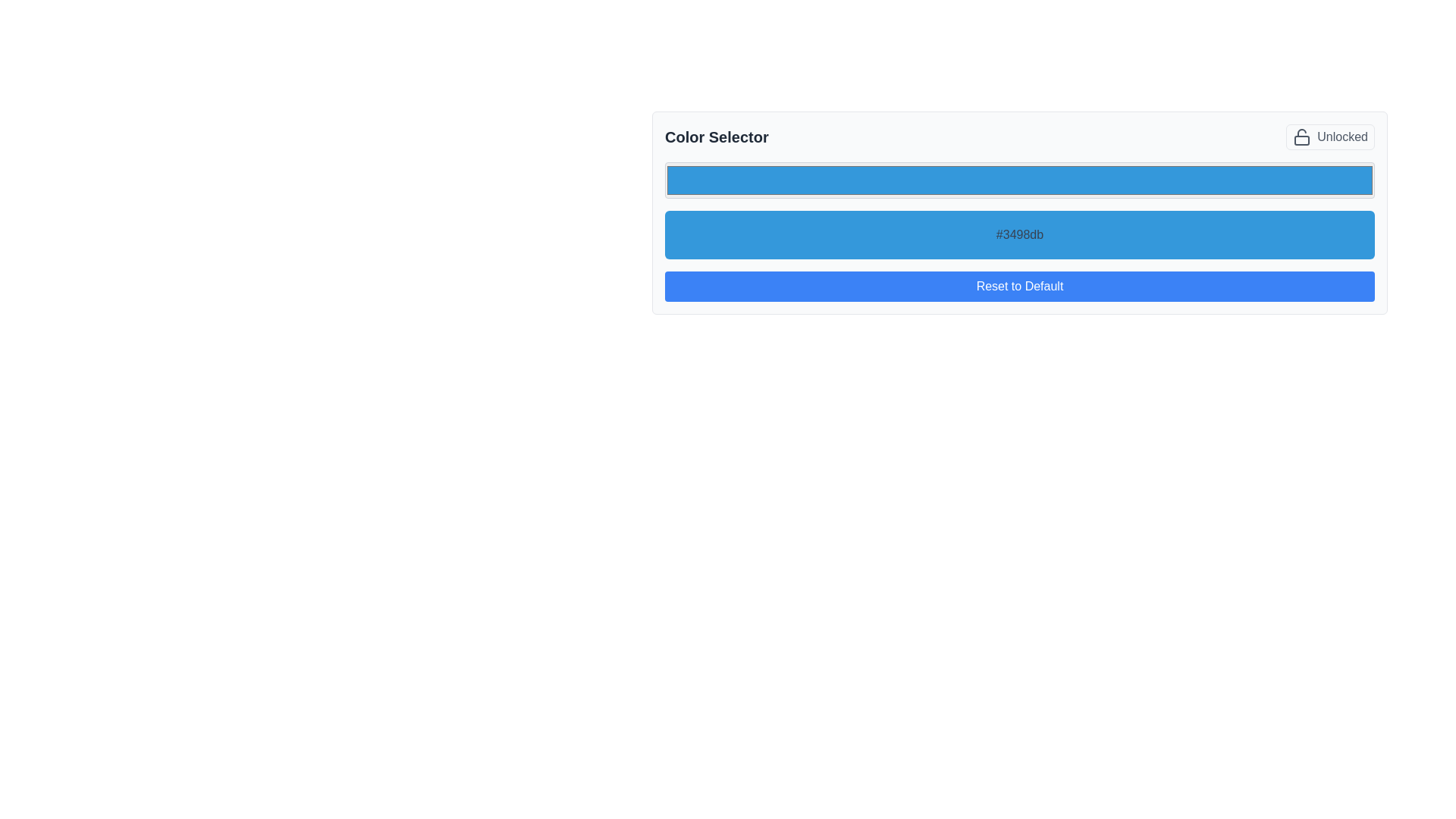 This screenshot has height=819, width=1456. I want to click on the Color Picker Input, which is a rectangular interface with a blue fill (#3498db) located below the 'Color Selector' title, so click(1019, 180).